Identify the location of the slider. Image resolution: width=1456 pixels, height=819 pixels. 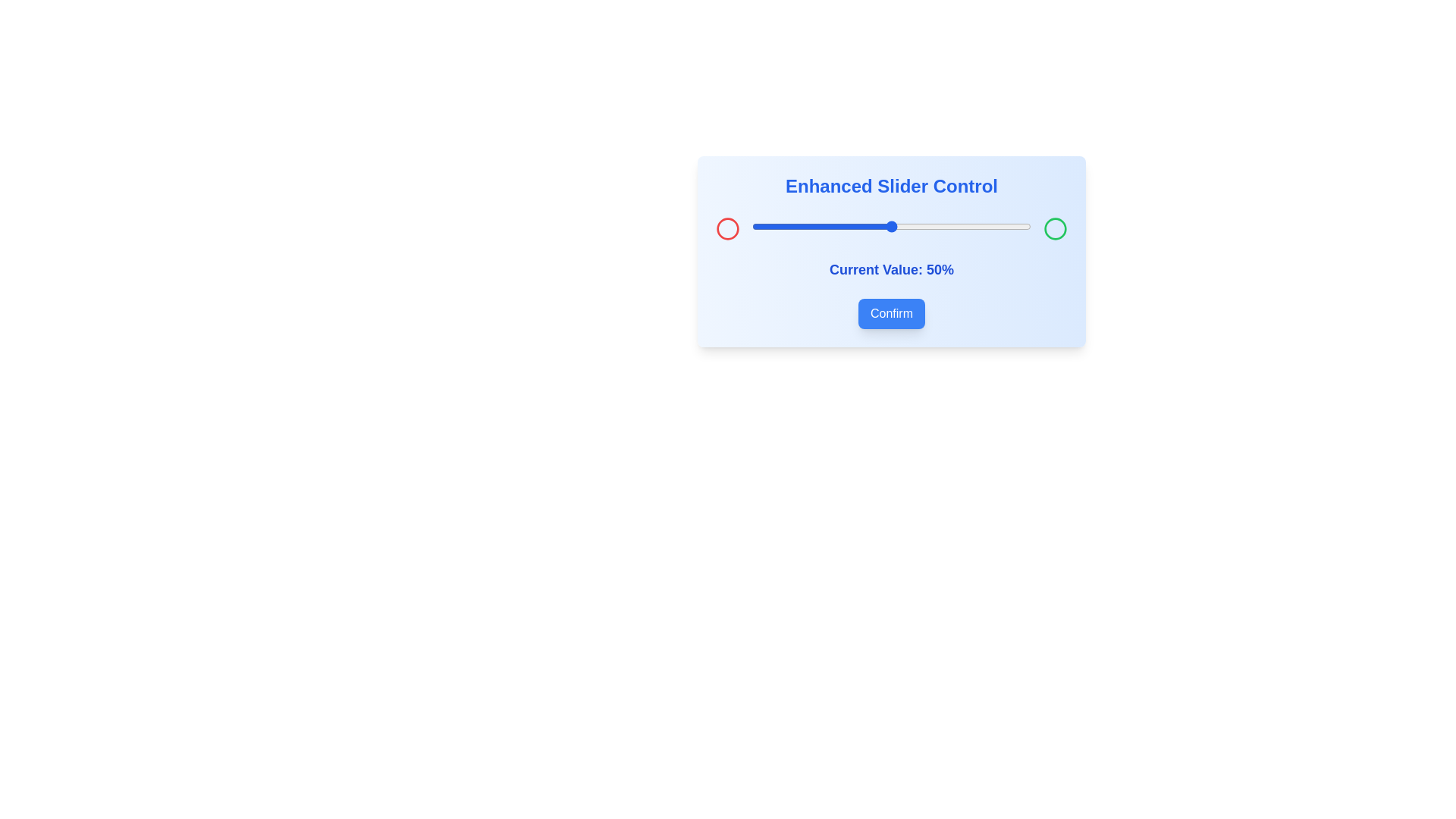
(846, 227).